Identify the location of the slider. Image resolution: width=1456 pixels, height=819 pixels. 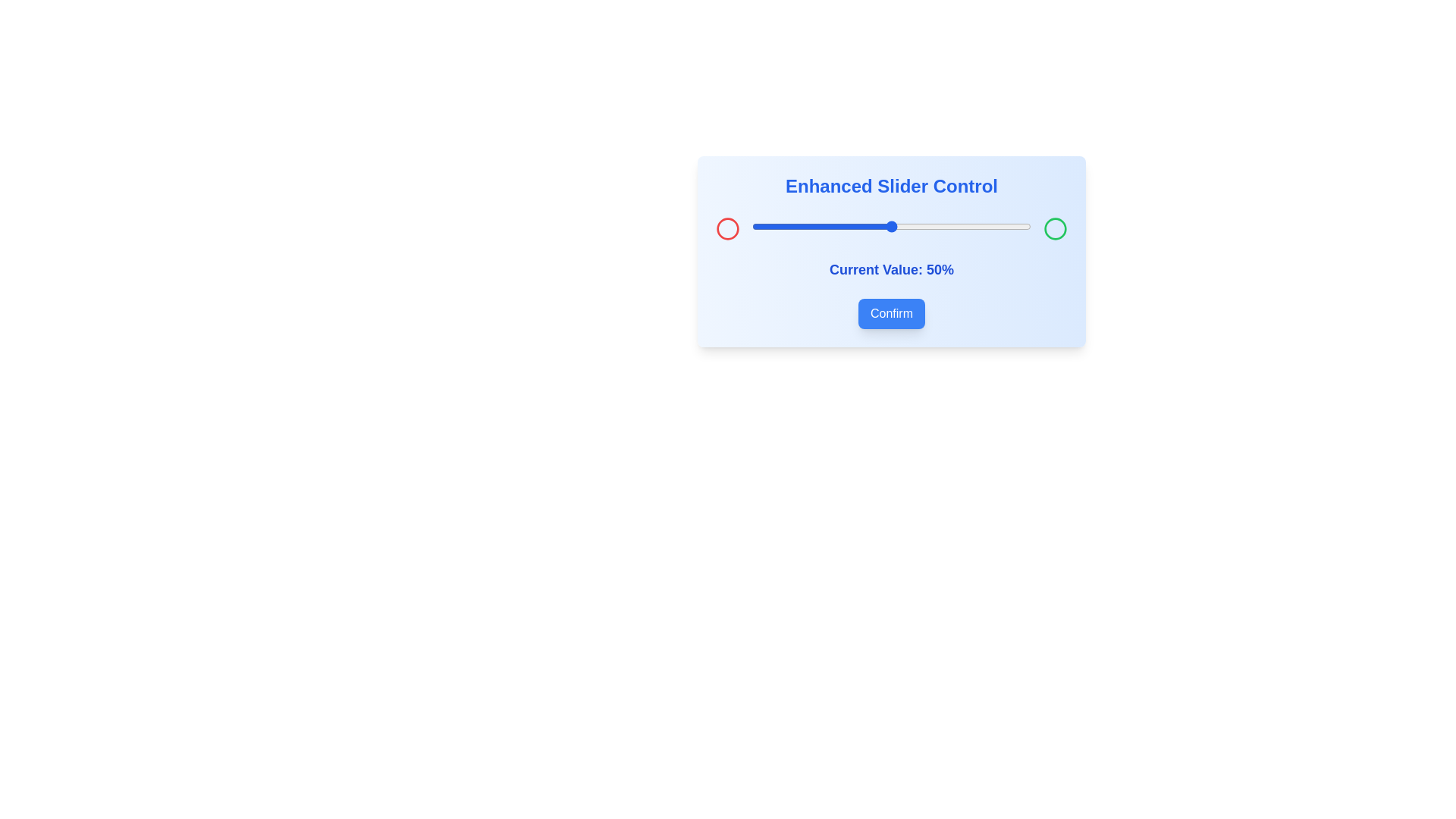
(846, 227).